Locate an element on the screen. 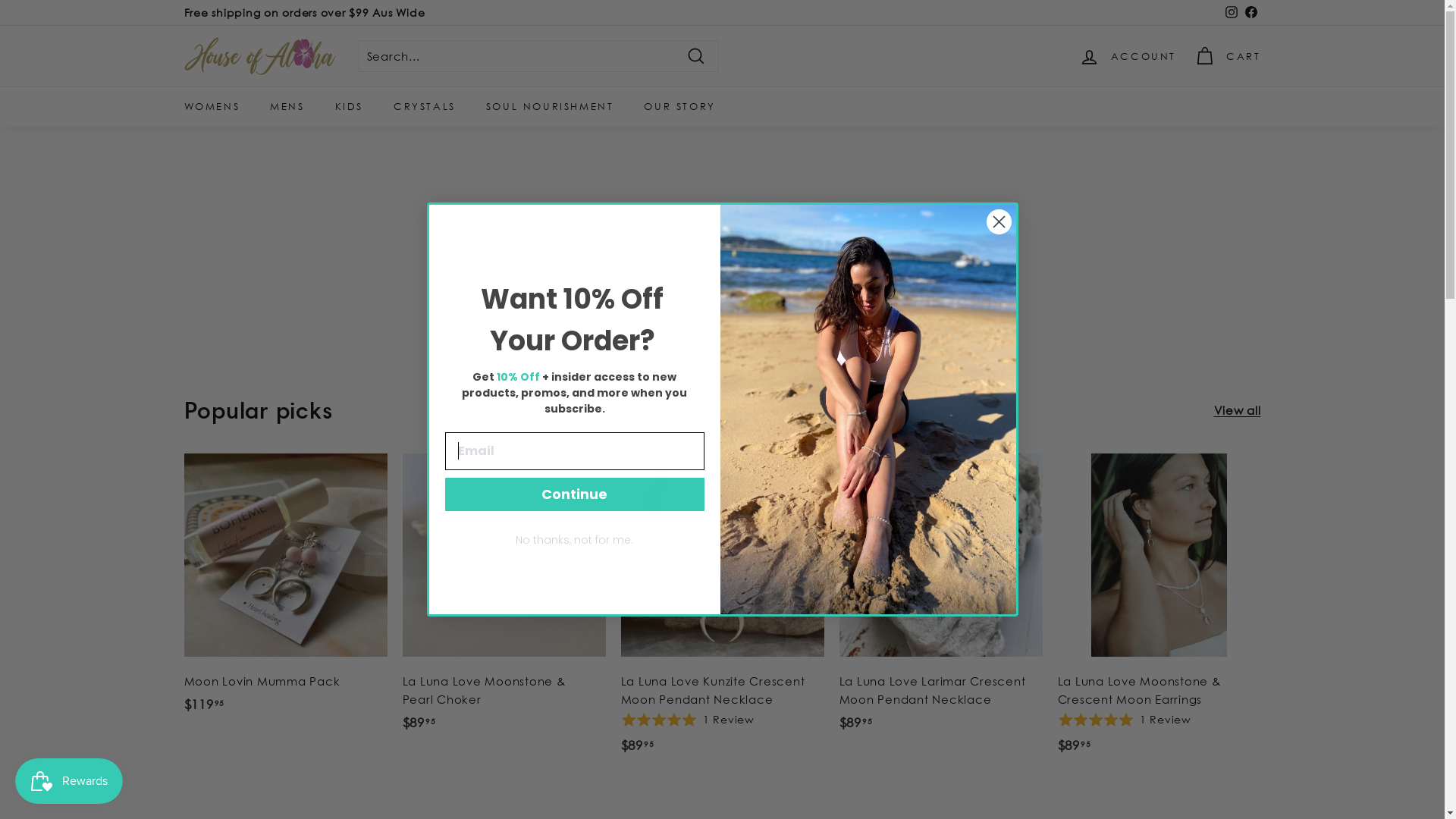 Image resolution: width=1456 pixels, height=819 pixels. 'ACCOUNT' is located at coordinates (1128, 55).